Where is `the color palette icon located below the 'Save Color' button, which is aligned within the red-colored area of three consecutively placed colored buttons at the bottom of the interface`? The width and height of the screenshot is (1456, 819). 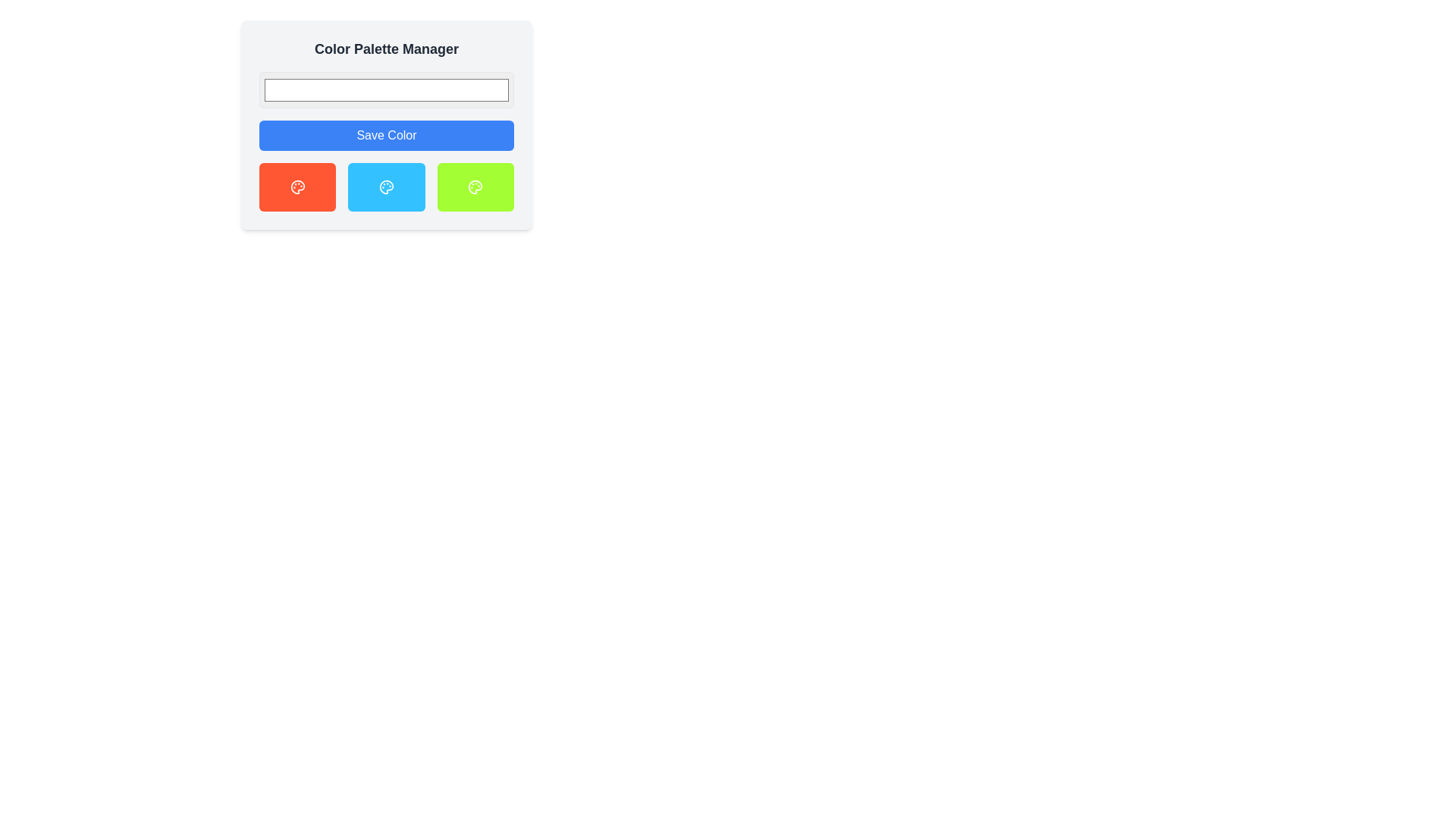
the color palette icon located below the 'Save Color' button, which is aligned within the red-colored area of three consecutively placed colored buttons at the bottom of the interface is located at coordinates (297, 186).